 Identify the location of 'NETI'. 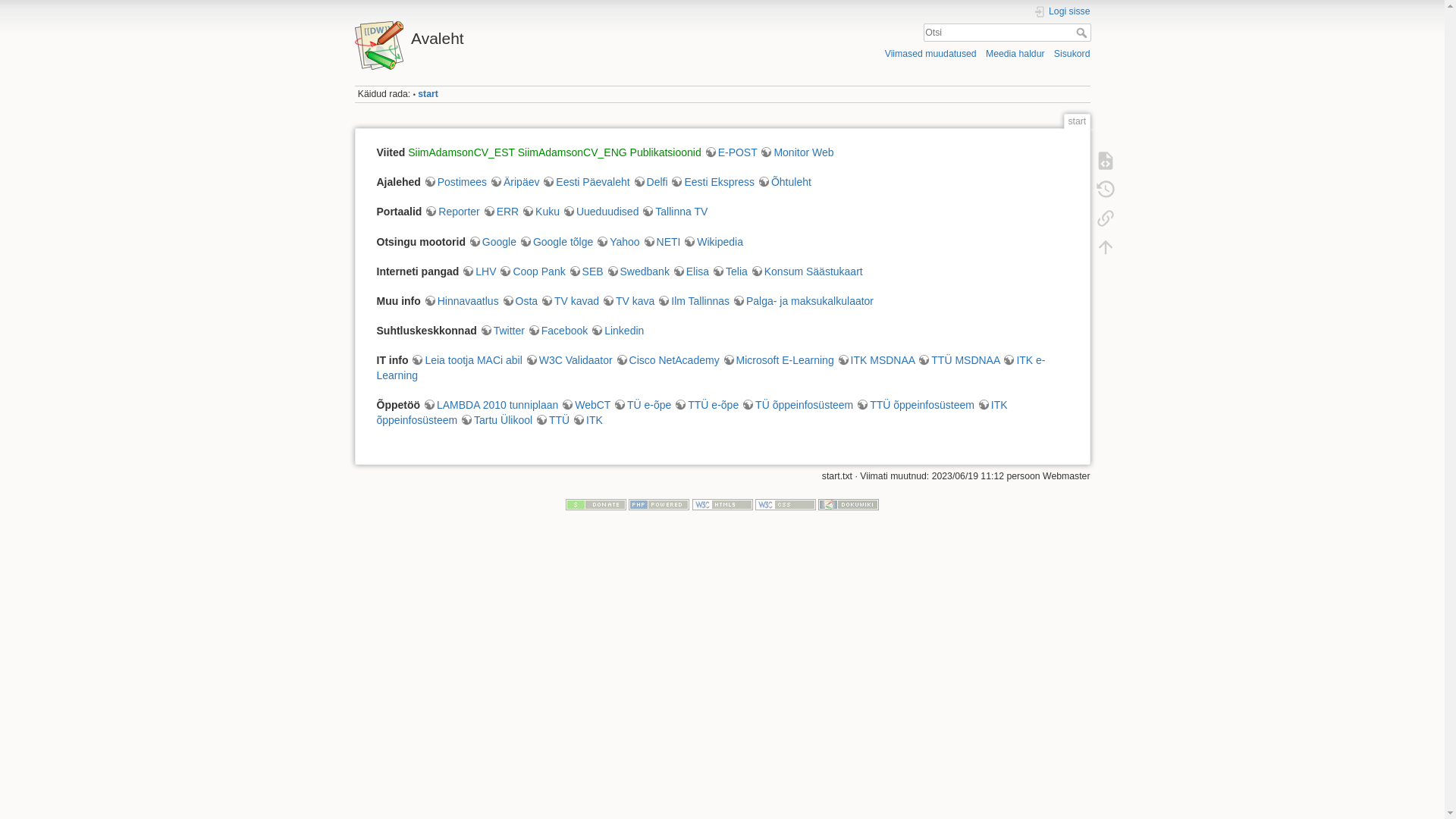
(662, 241).